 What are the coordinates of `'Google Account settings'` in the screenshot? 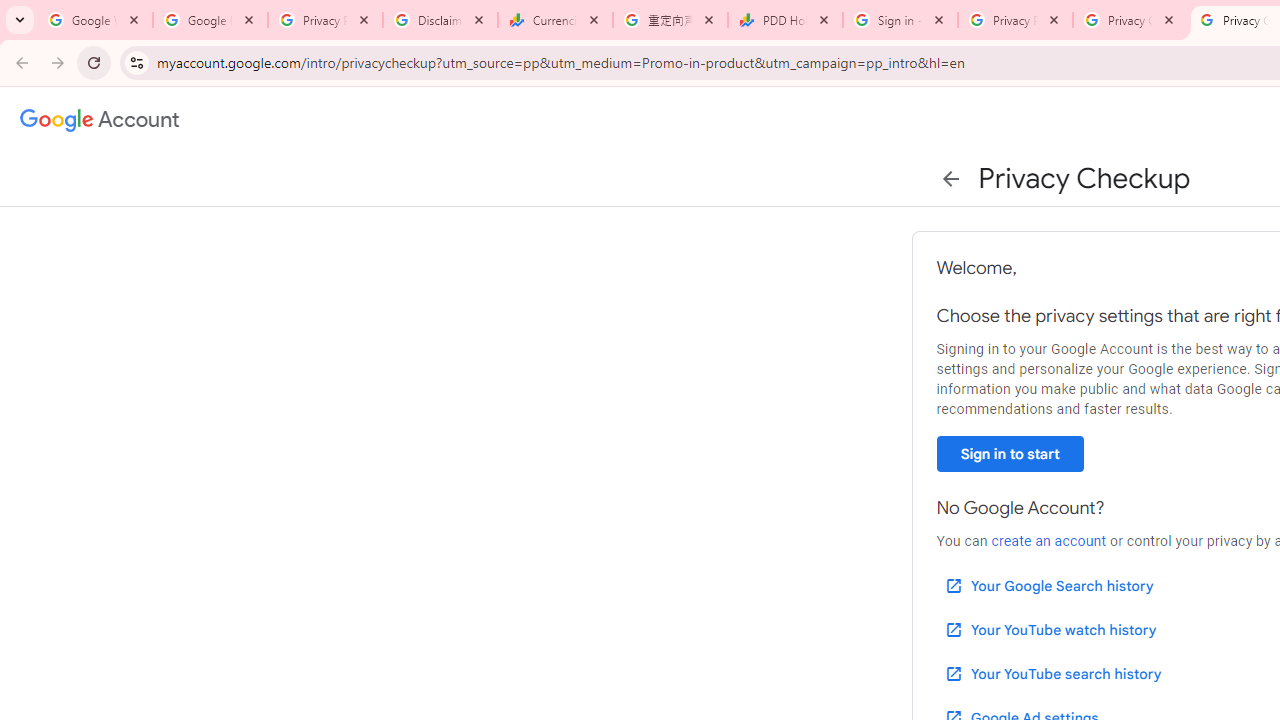 It's located at (99, 120).